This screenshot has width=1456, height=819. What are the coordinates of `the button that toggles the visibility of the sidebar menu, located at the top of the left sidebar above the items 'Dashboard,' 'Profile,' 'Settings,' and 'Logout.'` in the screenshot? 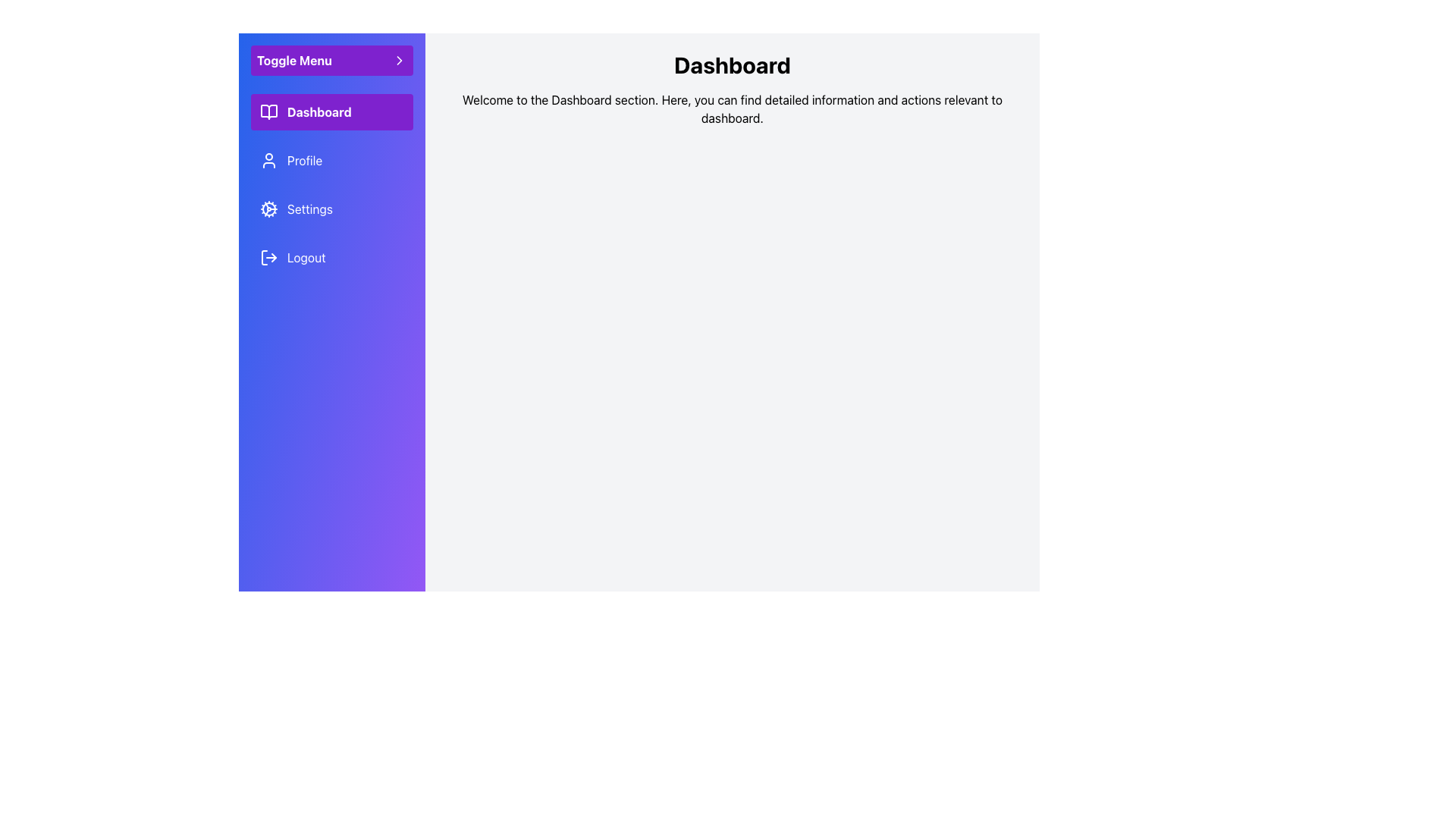 It's located at (331, 60).